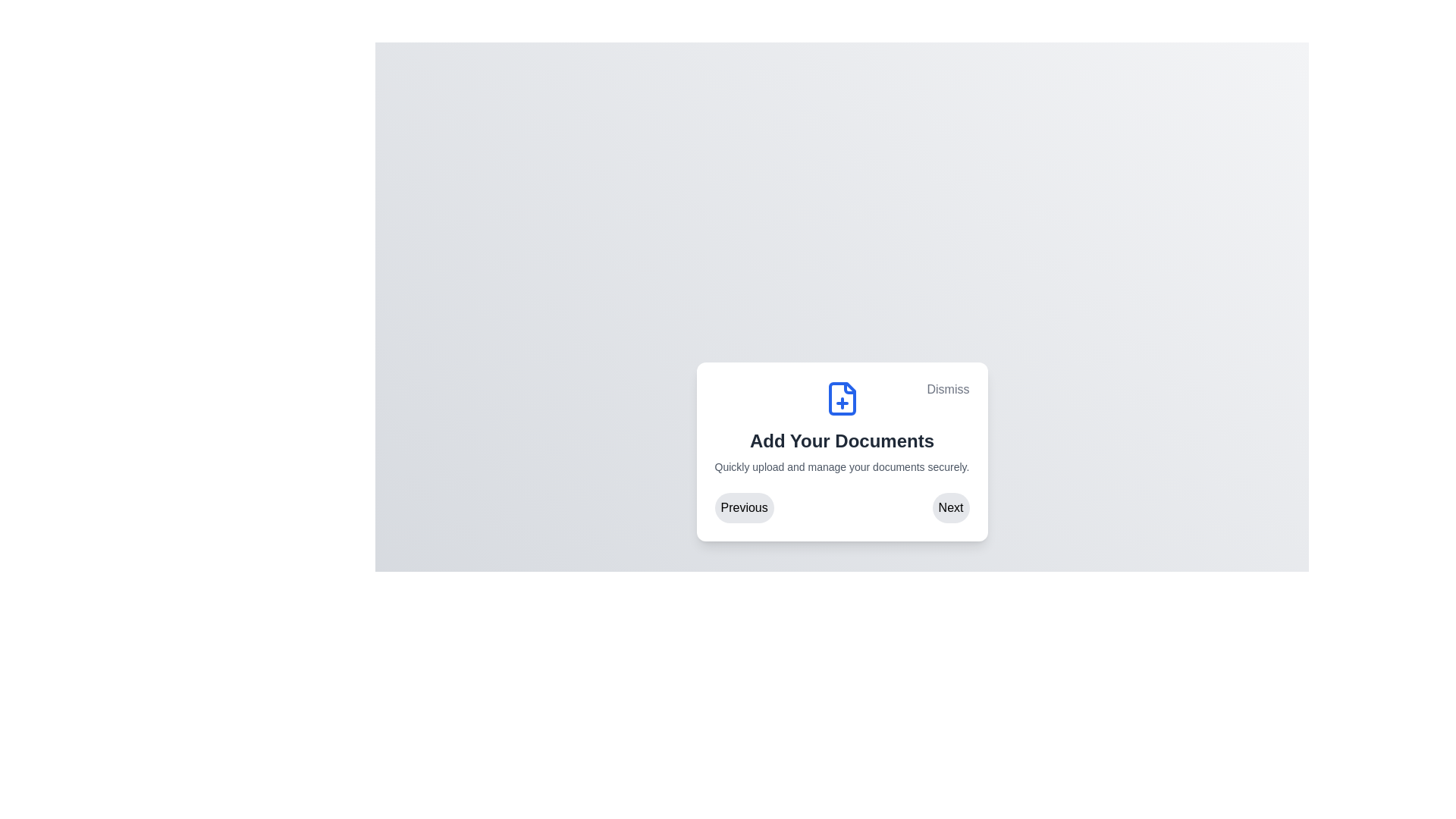 This screenshot has width=1456, height=819. What do you see at coordinates (947, 388) in the screenshot?
I see `the dismiss button located in the top-right corner of the modal interface to change its color for visual feedback` at bounding box center [947, 388].